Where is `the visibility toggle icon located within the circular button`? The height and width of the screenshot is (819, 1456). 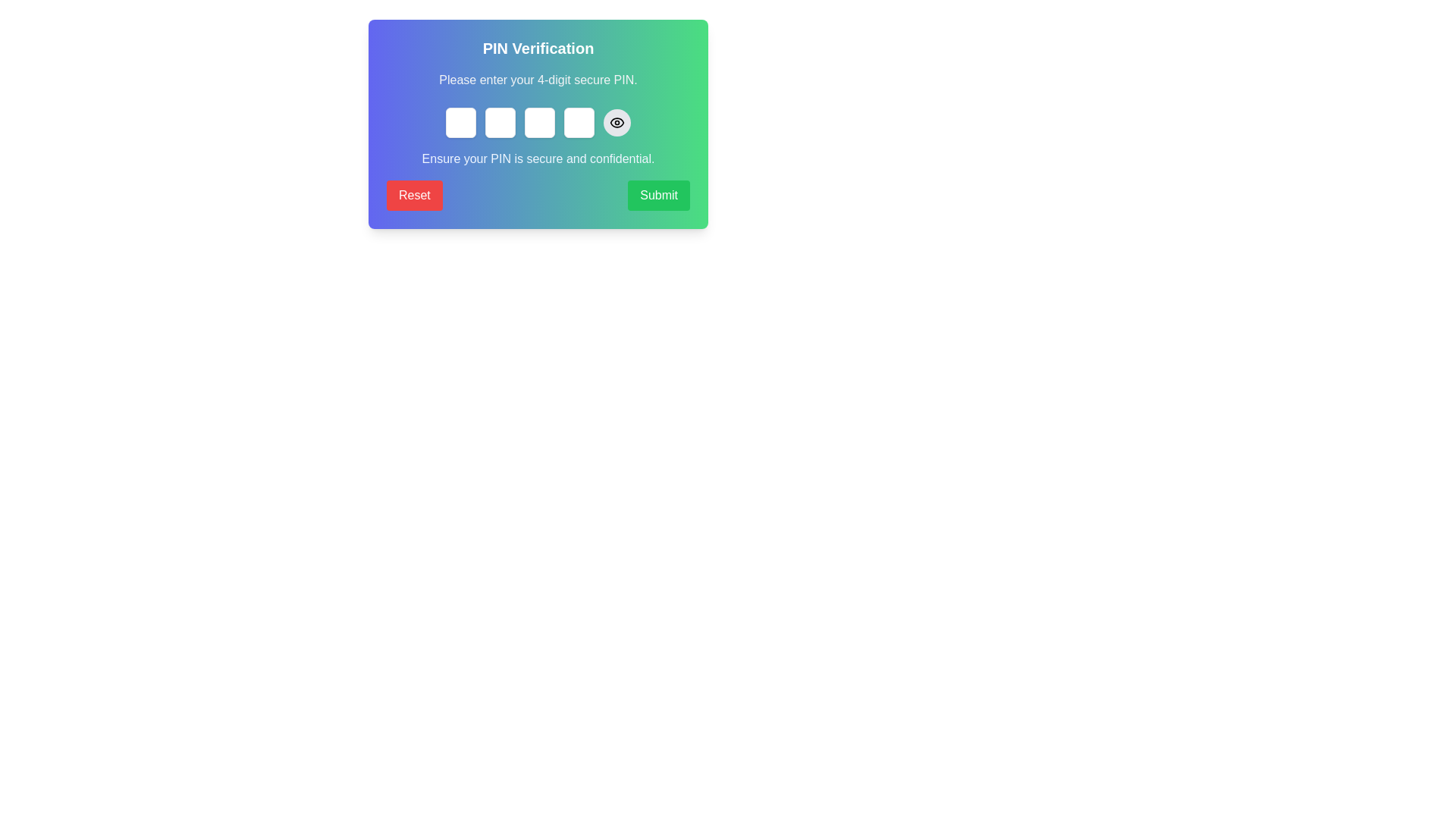 the visibility toggle icon located within the circular button is located at coordinates (617, 122).